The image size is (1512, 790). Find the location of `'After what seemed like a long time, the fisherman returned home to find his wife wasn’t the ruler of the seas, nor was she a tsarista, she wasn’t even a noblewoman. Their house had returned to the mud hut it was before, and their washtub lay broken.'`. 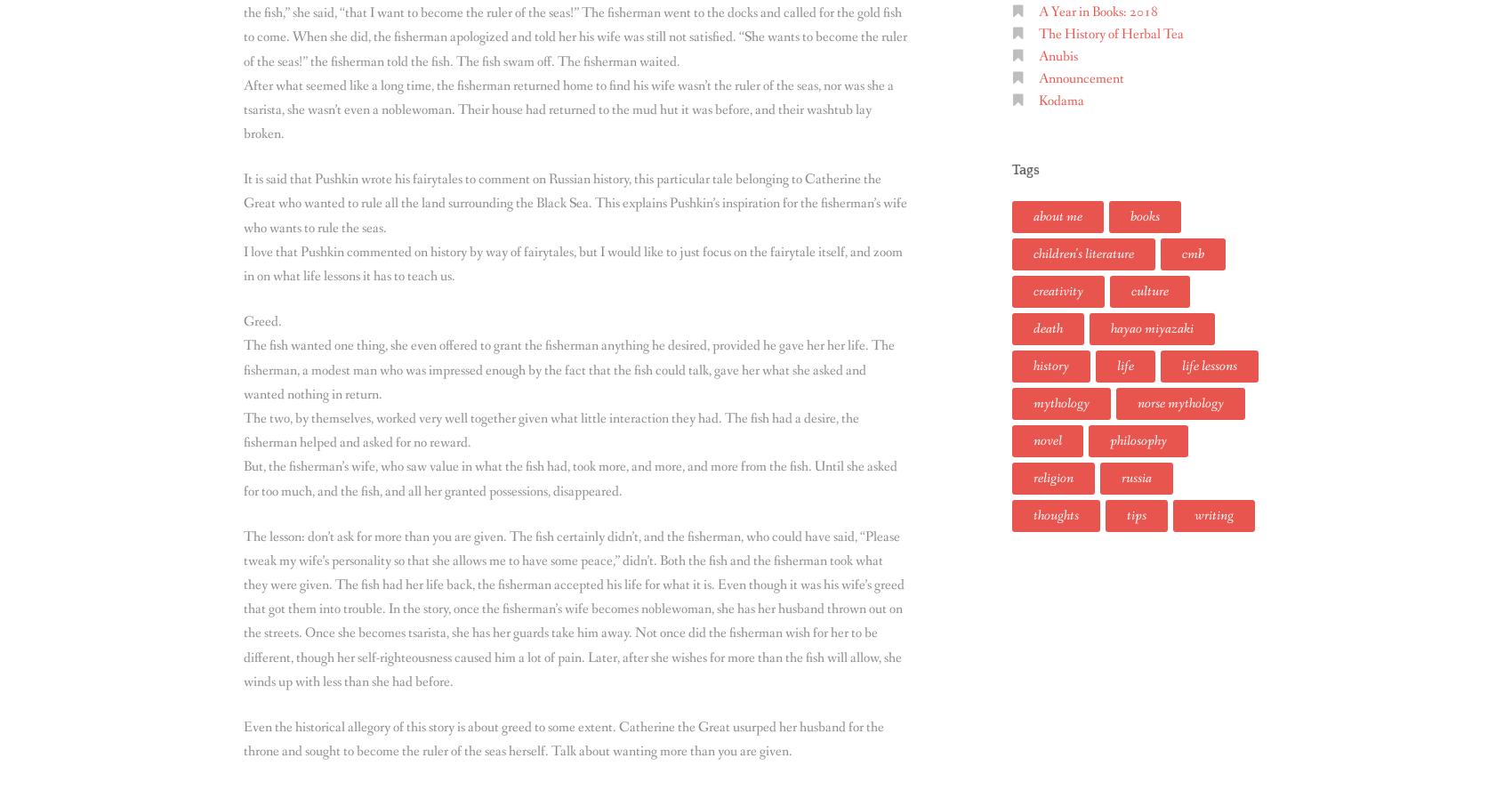

'After what seemed like a long time, the fisherman returned home to find his wife wasn’t the ruler of the seas, nor was she a tsarista, she wasn’t even a noblewoman. Their house had returned to the mud hut it was before, and their washtub lay broken.' is located at coordinates (568, 109).